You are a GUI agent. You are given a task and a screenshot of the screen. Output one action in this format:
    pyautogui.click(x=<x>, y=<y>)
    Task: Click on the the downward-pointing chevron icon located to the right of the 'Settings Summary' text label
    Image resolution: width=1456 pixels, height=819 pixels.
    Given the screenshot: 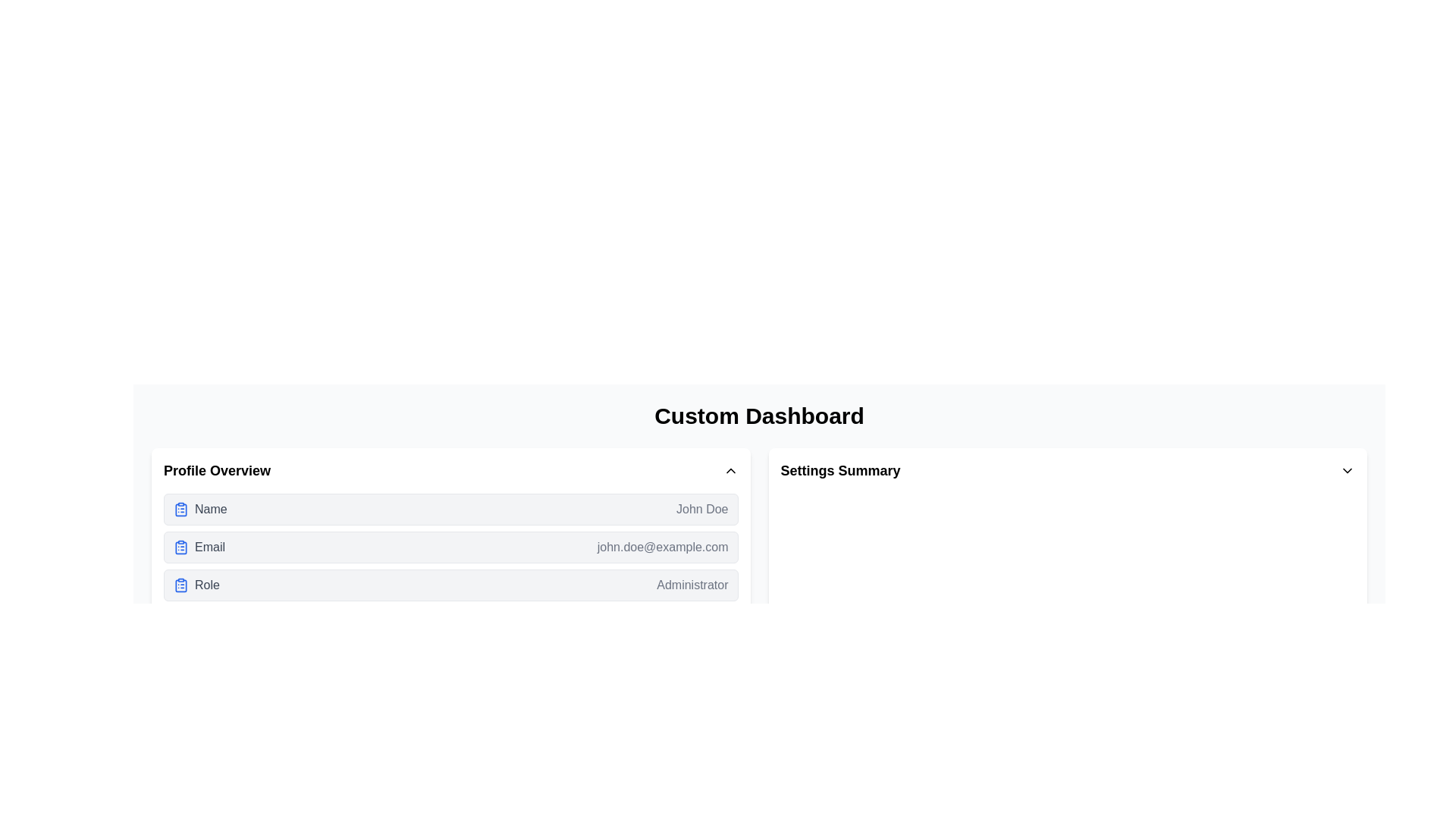 What is the action you would take?
    pyautogui.click(x=1347, y=470)
    